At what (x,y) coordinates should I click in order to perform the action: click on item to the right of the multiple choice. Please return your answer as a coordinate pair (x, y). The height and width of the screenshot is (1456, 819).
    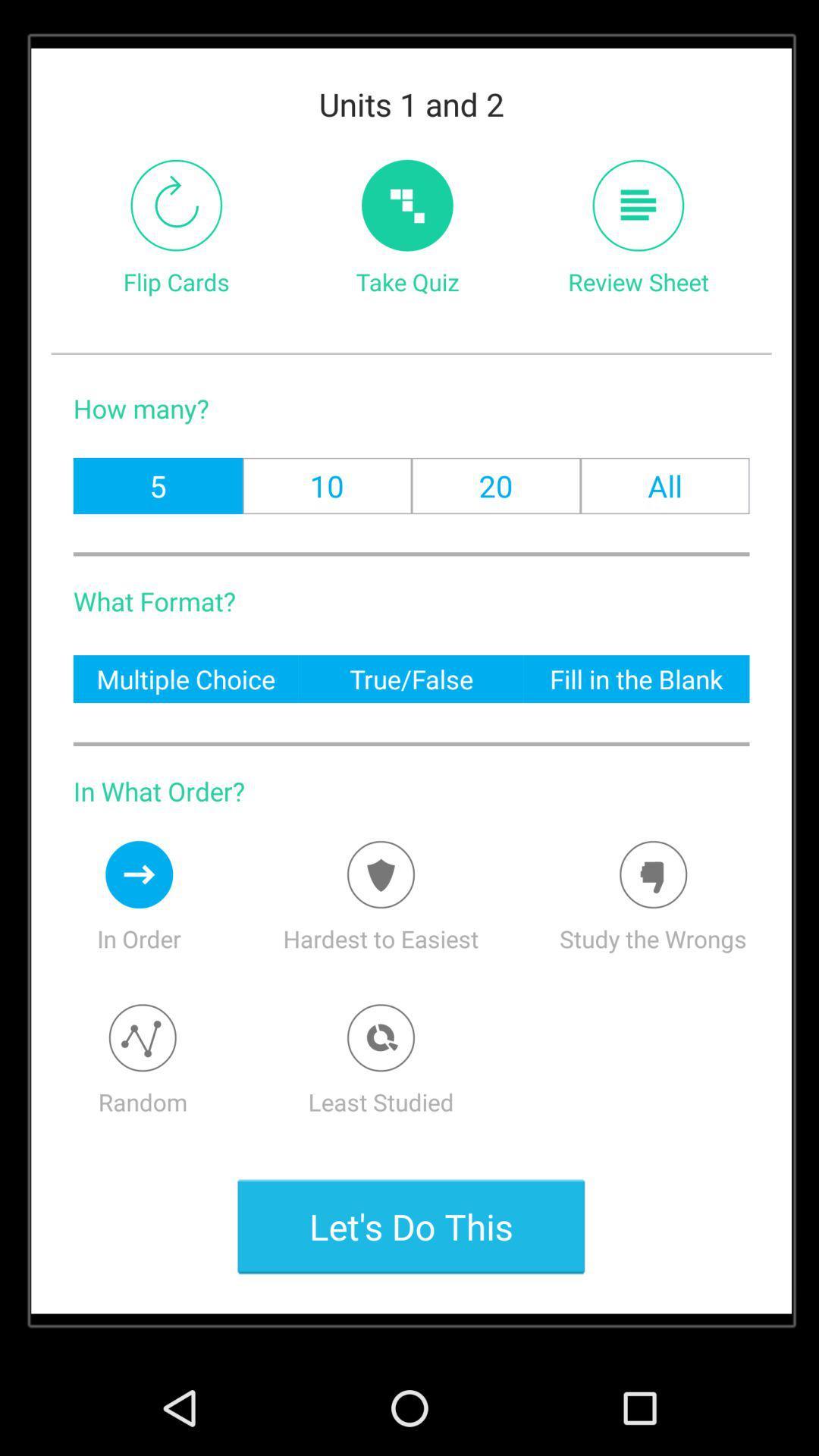
    Looking at the image, I should click on (411, 678).